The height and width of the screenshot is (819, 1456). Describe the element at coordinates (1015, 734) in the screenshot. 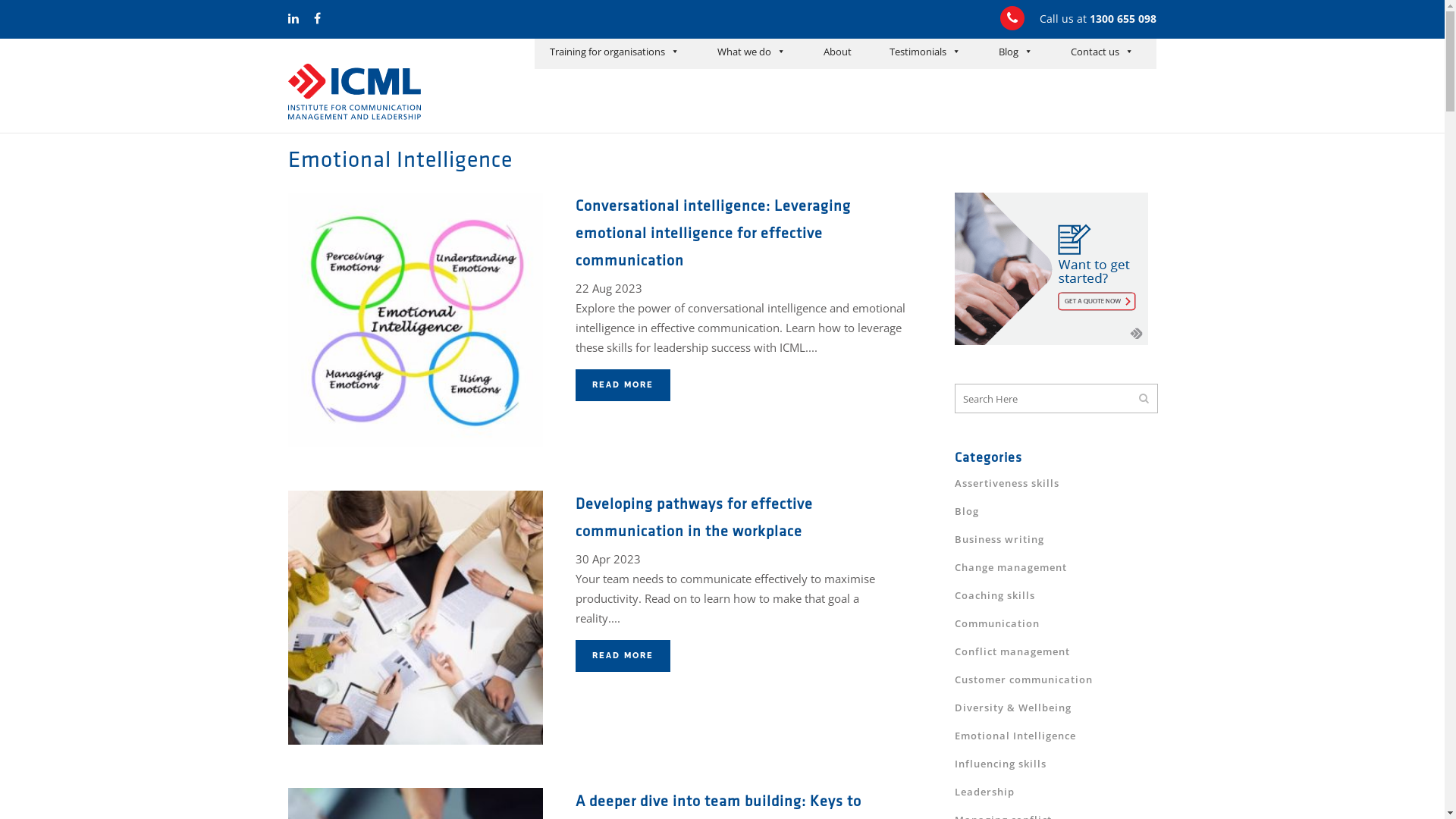

I see `'Emotional Intelligence'` at that location.